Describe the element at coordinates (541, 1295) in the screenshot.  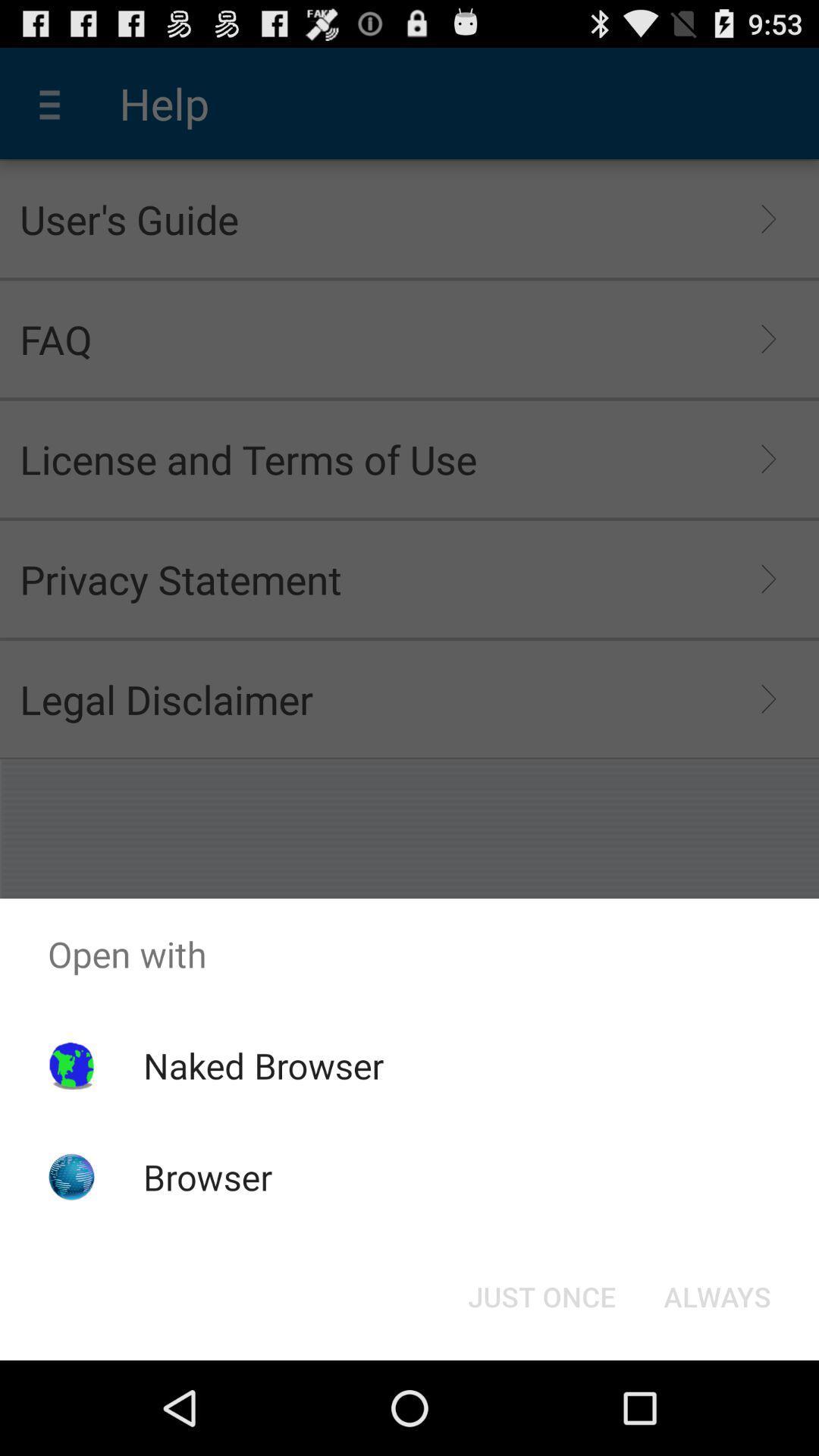
I see `button to the left of always button` at that location.